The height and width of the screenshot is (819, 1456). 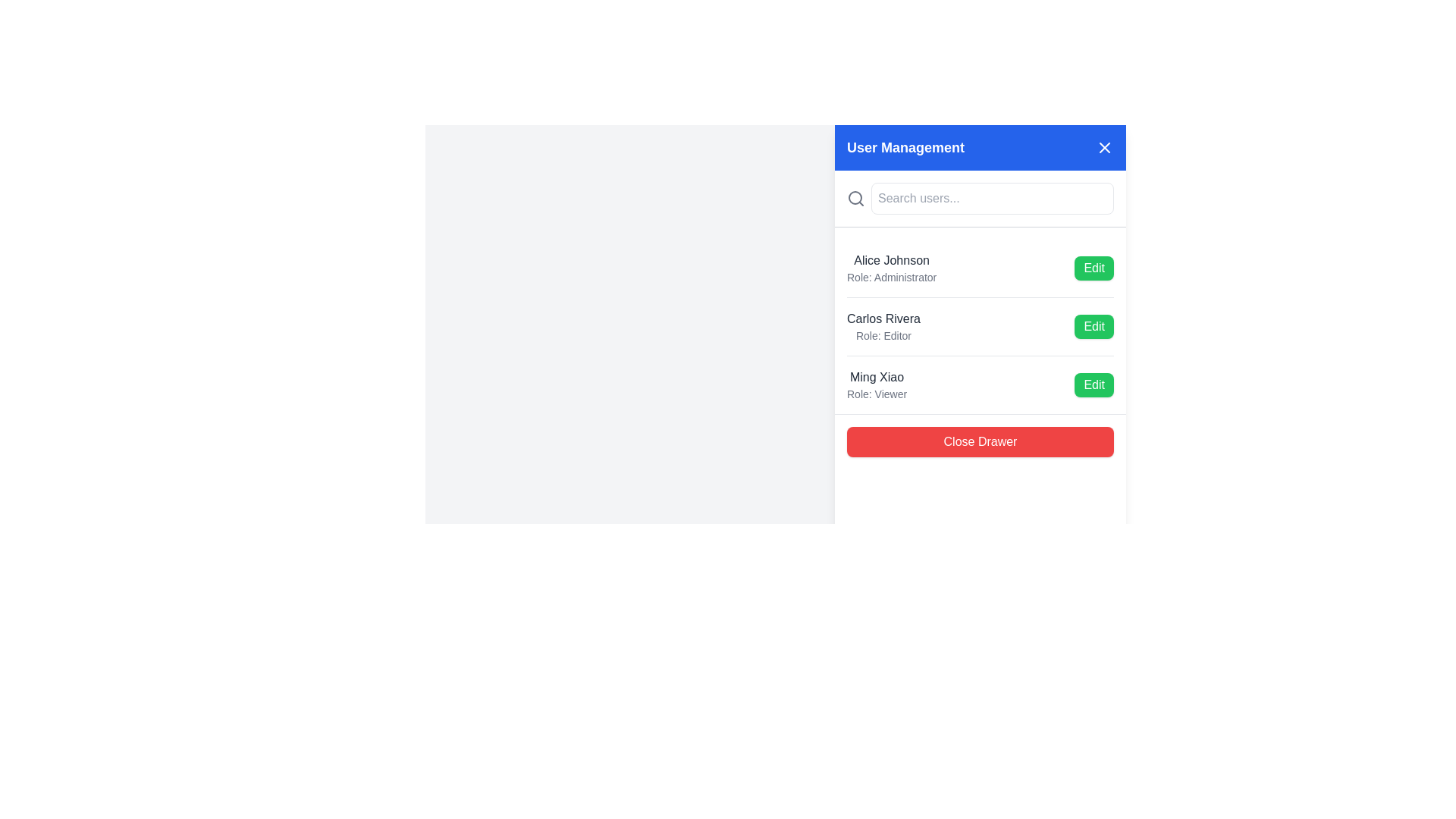 I want to click on the text display element showing 'Alice Johnson' aligned to the left in the user management panel, located in the topmost row, adjacent to the green 'Edit' button, so click(x=892, y=268).